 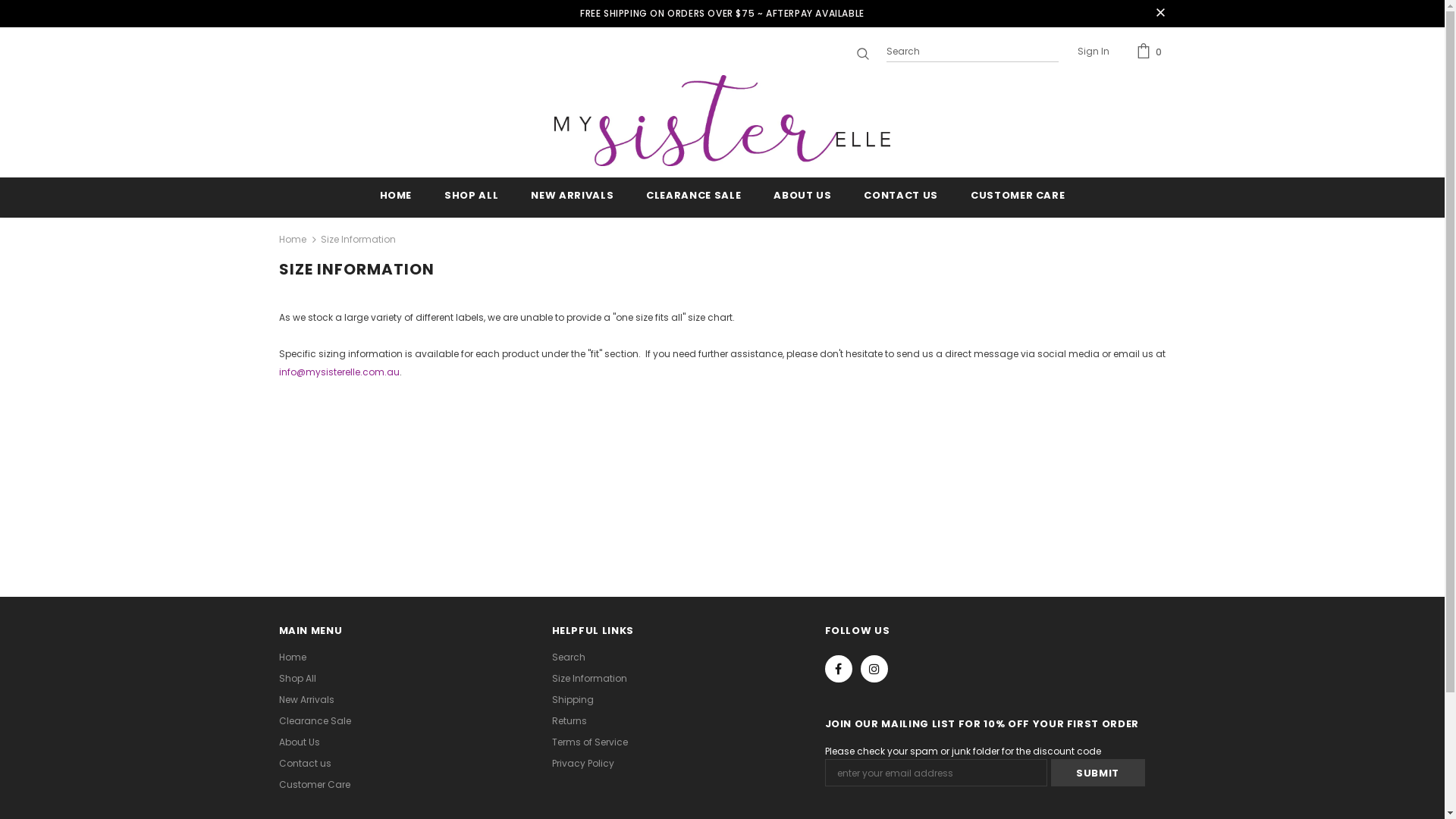 I want to click on 'Customer Care', so click(x=313, y=784).